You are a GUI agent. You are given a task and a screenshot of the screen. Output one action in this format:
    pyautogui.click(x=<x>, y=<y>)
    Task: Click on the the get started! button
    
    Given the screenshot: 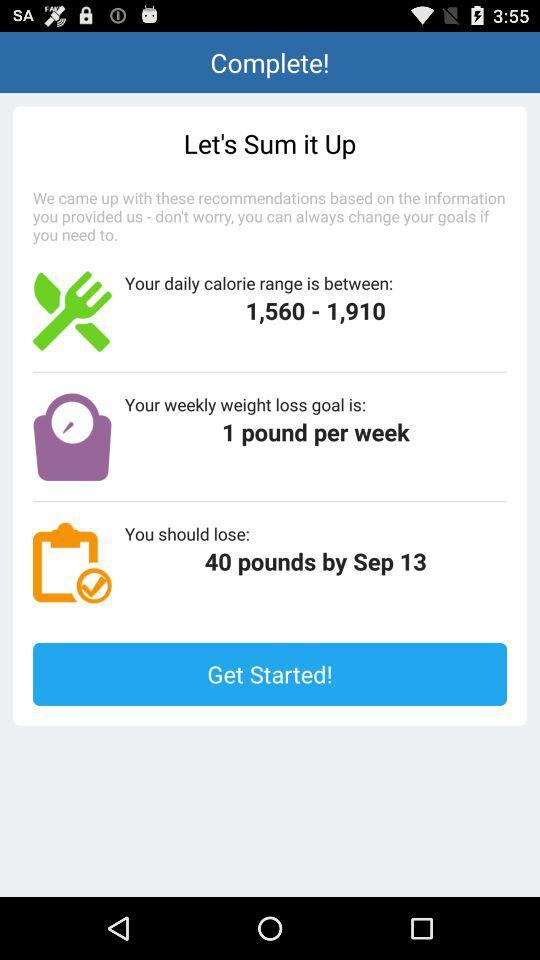 What is the action you would take?
    pyautogui.click(x=270, y=674)
    